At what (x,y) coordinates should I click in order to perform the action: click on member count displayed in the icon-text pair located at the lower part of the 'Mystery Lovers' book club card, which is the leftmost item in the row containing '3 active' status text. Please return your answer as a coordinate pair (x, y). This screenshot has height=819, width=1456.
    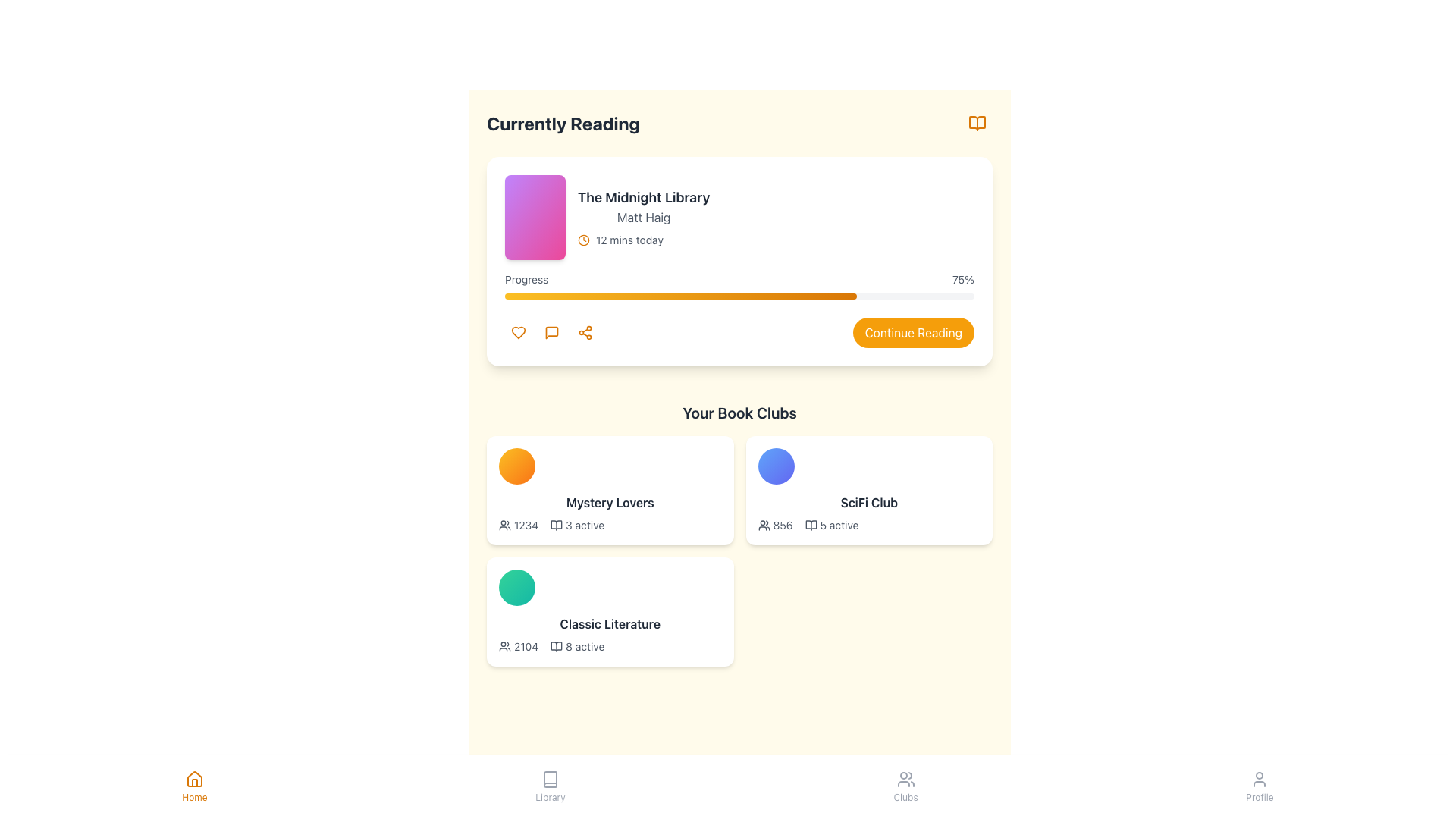
    Looking at the image, I should click on (519, 525).